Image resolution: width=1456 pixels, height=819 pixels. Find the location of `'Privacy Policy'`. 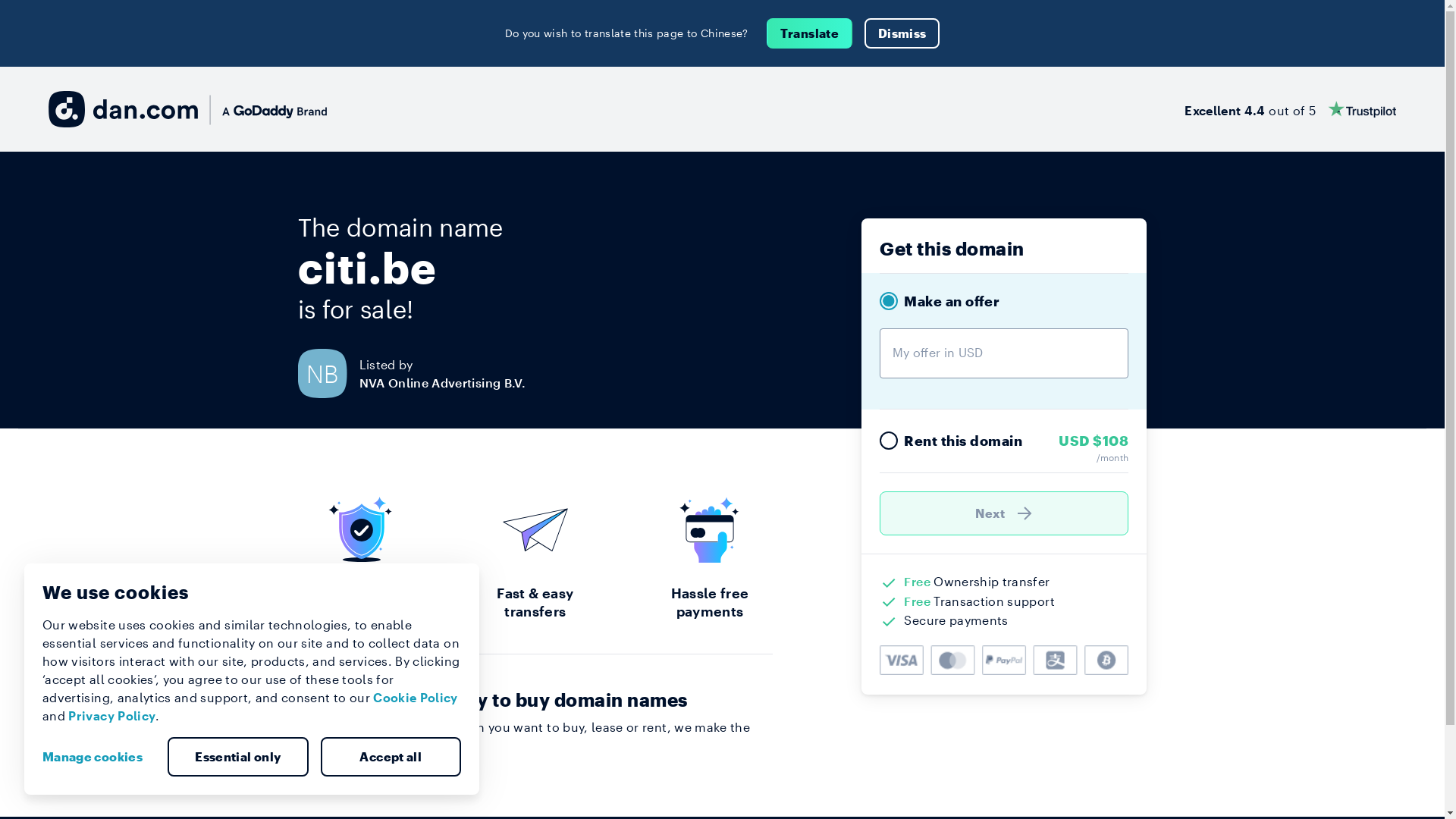

'Privacy Policy' is located at coordinates (111, 715).